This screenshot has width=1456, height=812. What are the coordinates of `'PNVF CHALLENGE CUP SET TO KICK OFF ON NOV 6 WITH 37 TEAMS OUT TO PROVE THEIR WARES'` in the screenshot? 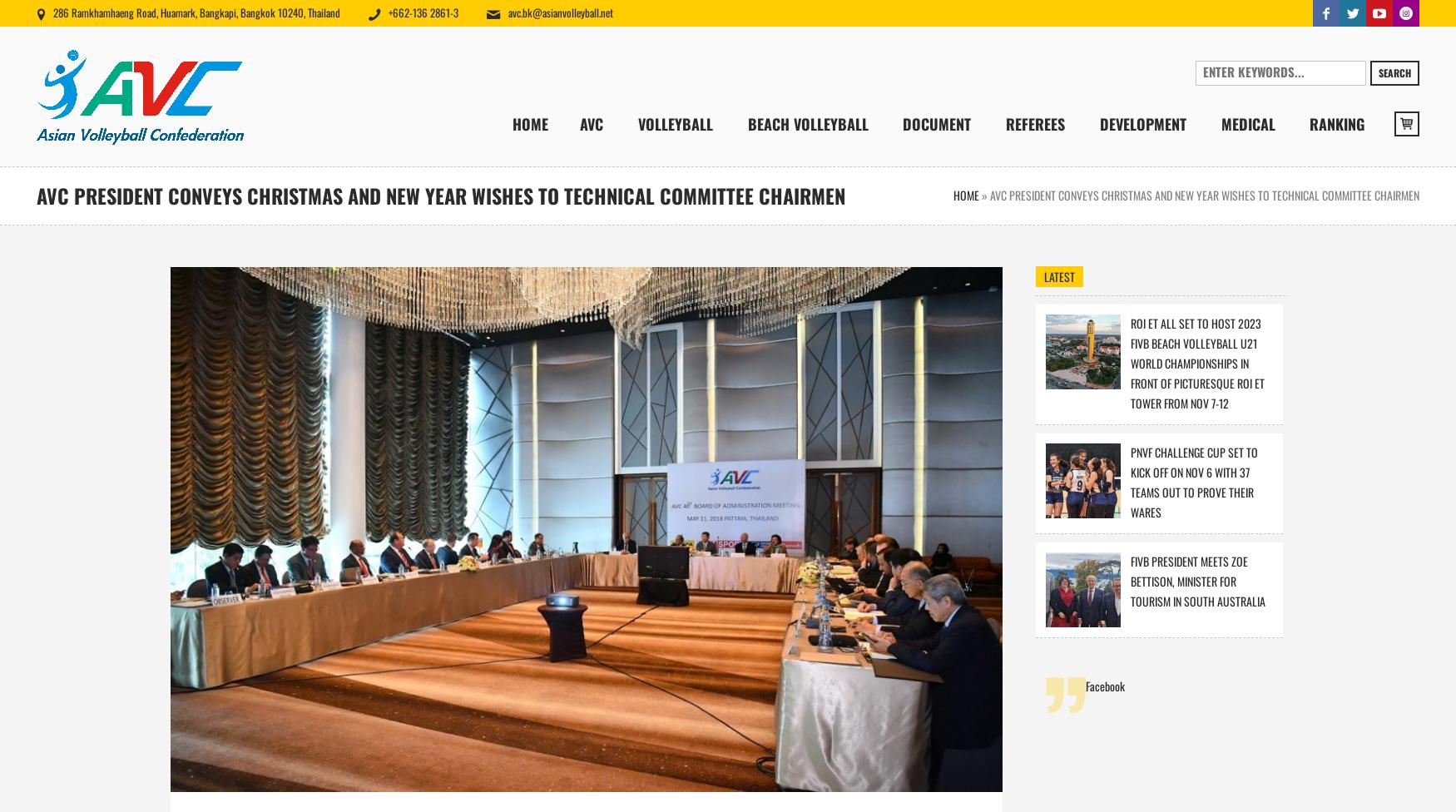 It's located at (1192, 482).